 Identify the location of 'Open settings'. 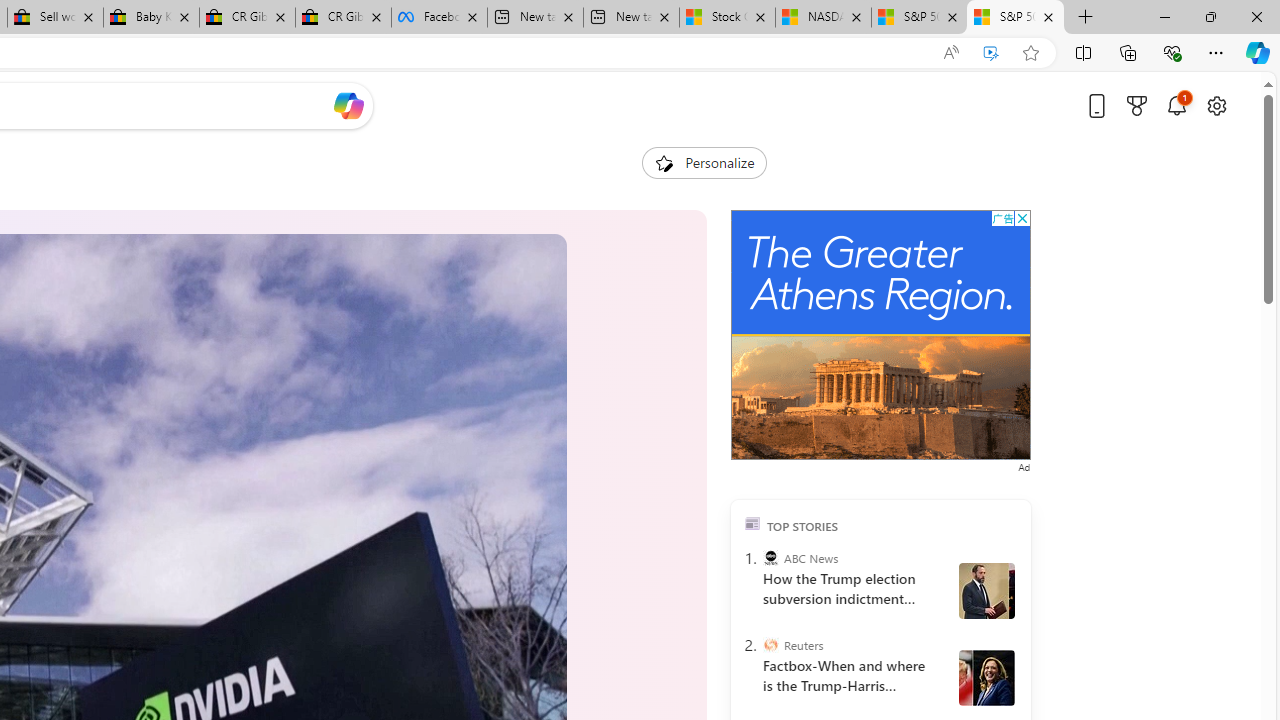
(1215, 105).